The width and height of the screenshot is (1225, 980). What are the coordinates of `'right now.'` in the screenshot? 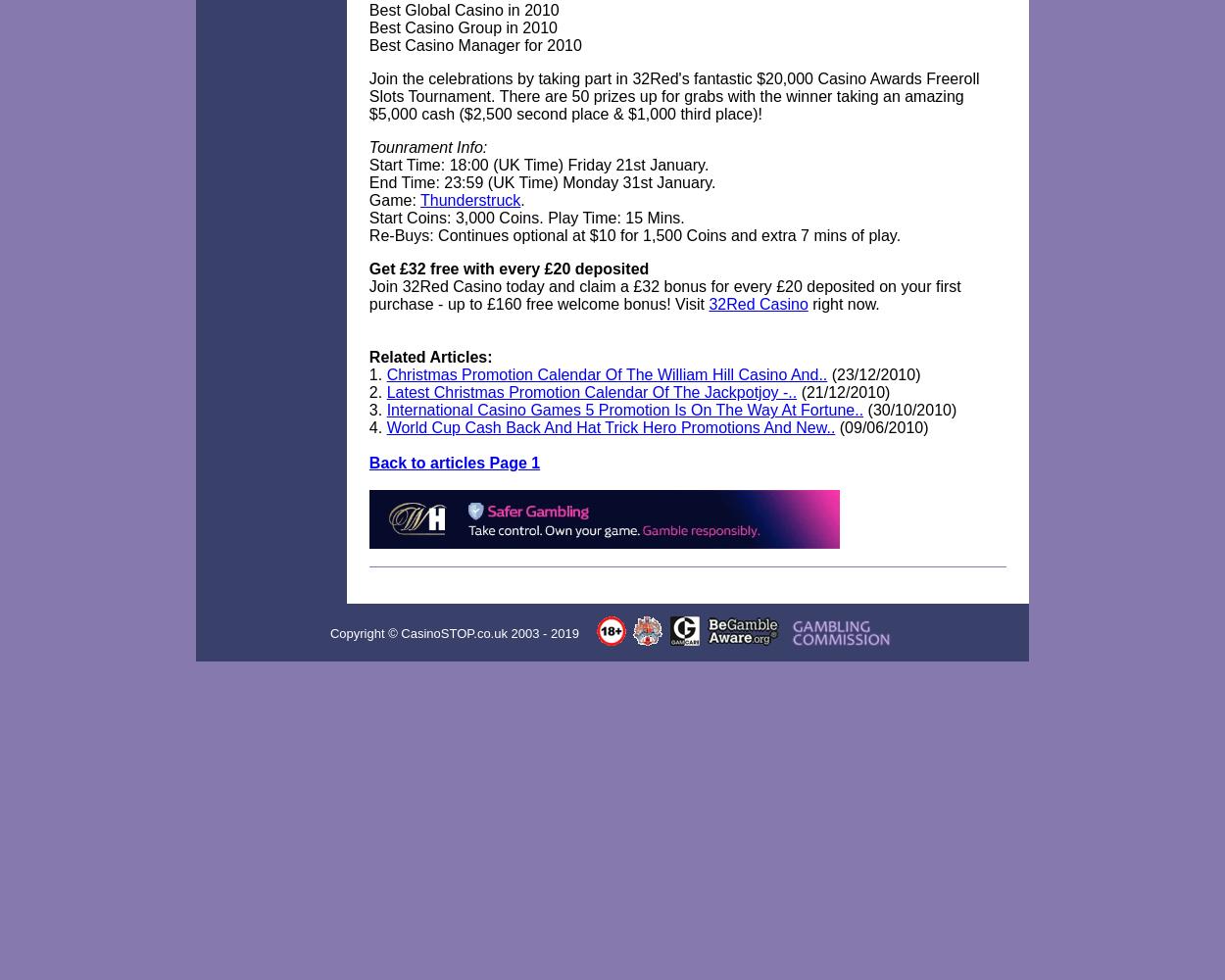 It's located at (842, 304).